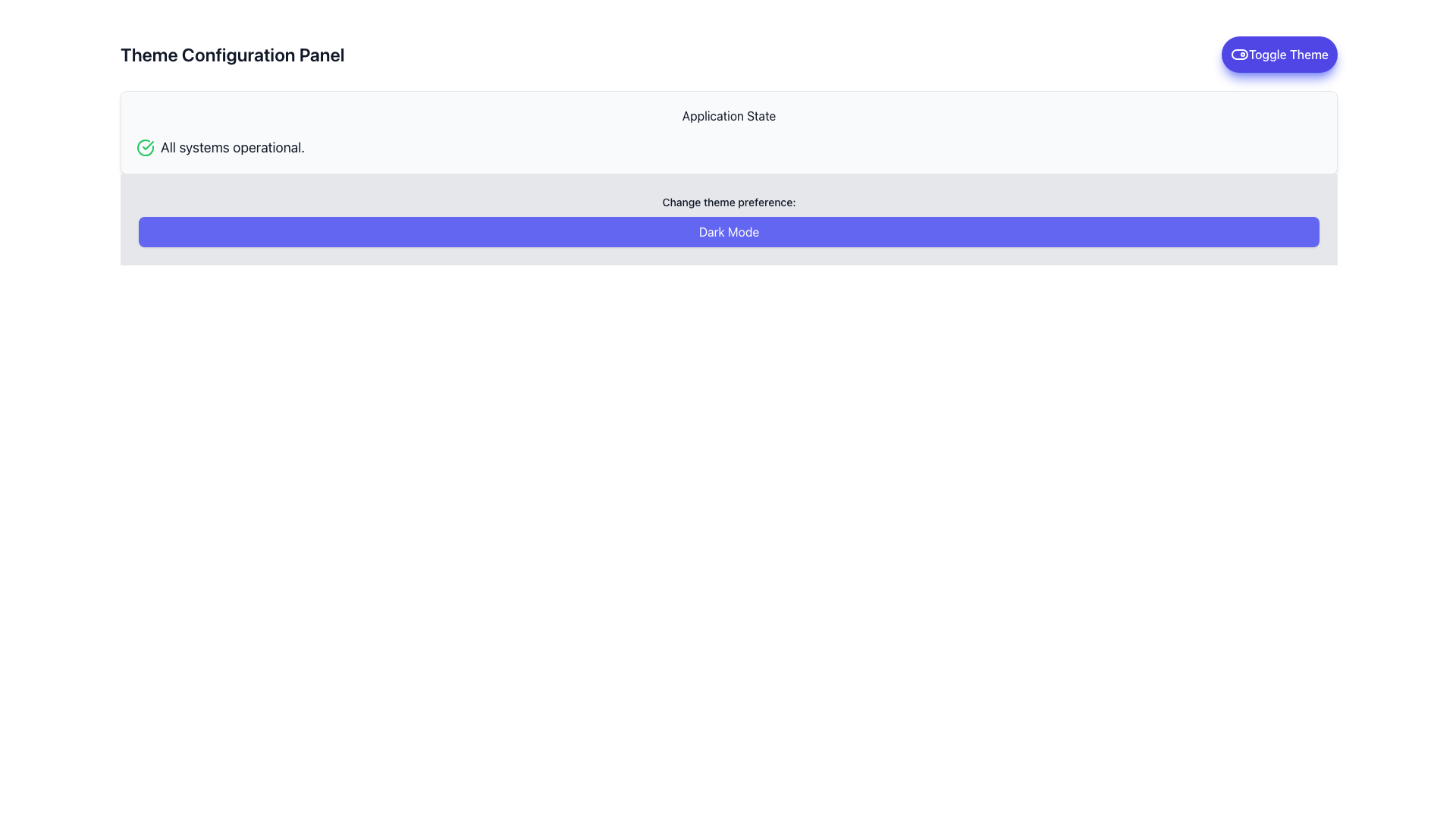  What do you see at coordinates (1279, 54) in the screenshot?
I see `the 'Toggle Theme' button located in the top-right corner of the interface` at bounding box center [1279, 54].